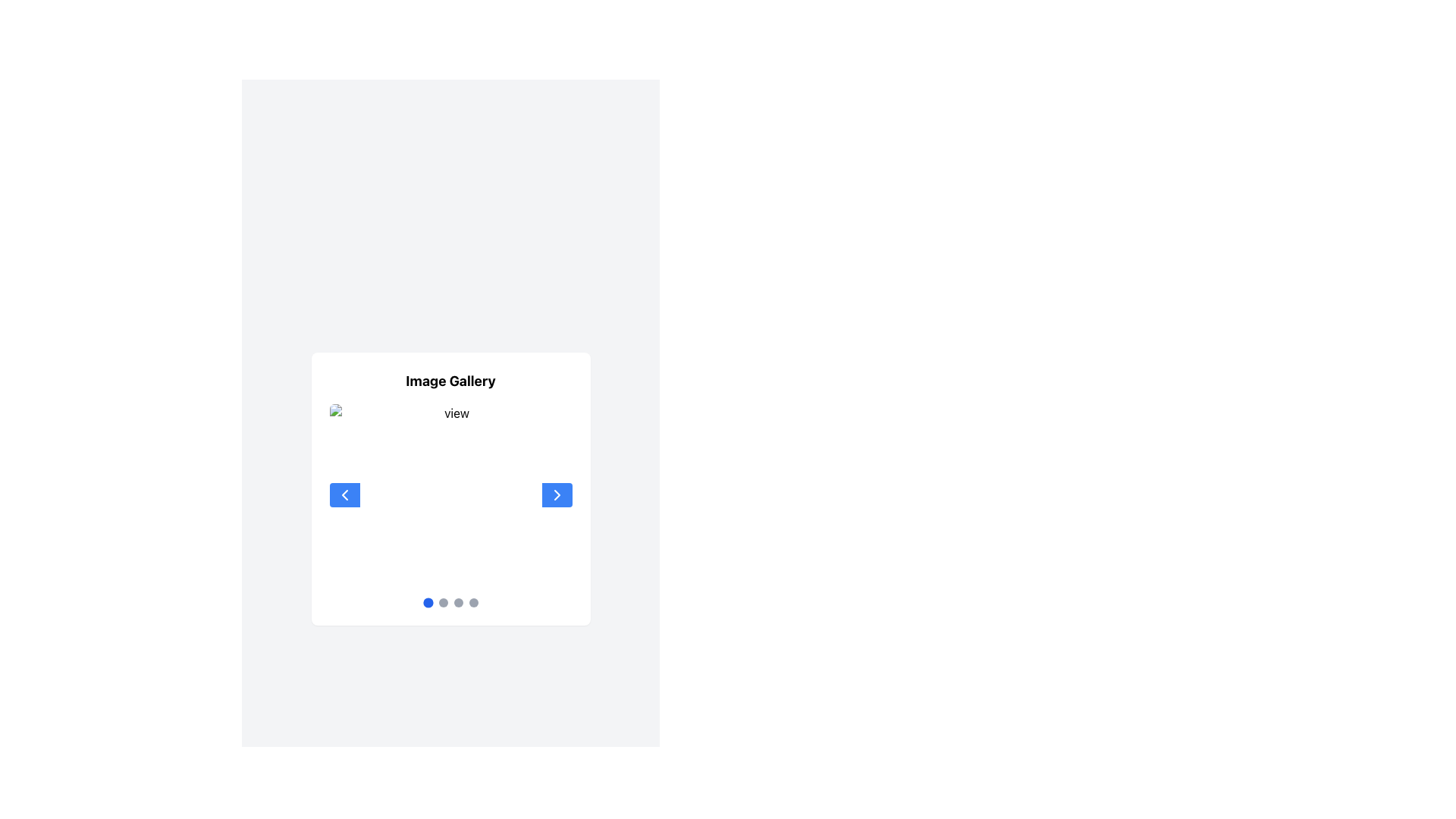 Image resolution: width=1456 pixels, height=819 pixels. What do you see at coordinates (556, 494) in the screenshot?
I see `the 'Next' icon located inside the blue rectangular button on the lower-middle-right section of the image gallery to trigger a visual or informational cue` at bounding box center [556, 494].